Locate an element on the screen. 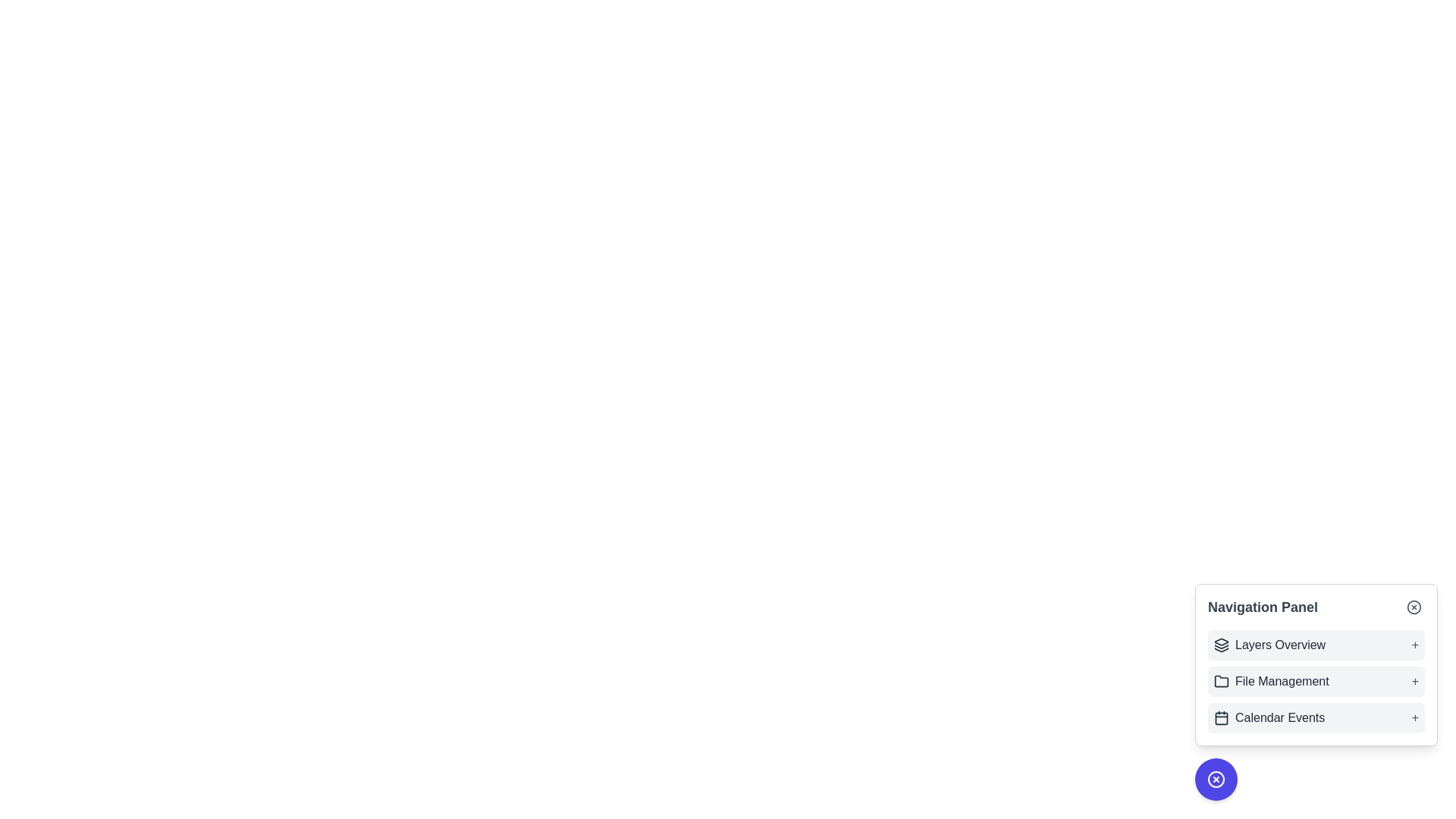 The image size is (1456, 819). the gray plus sign icon located in the Navigation Panel, which is positioned to the right of the Layers Overview text is located at coordinates (1414, 645).